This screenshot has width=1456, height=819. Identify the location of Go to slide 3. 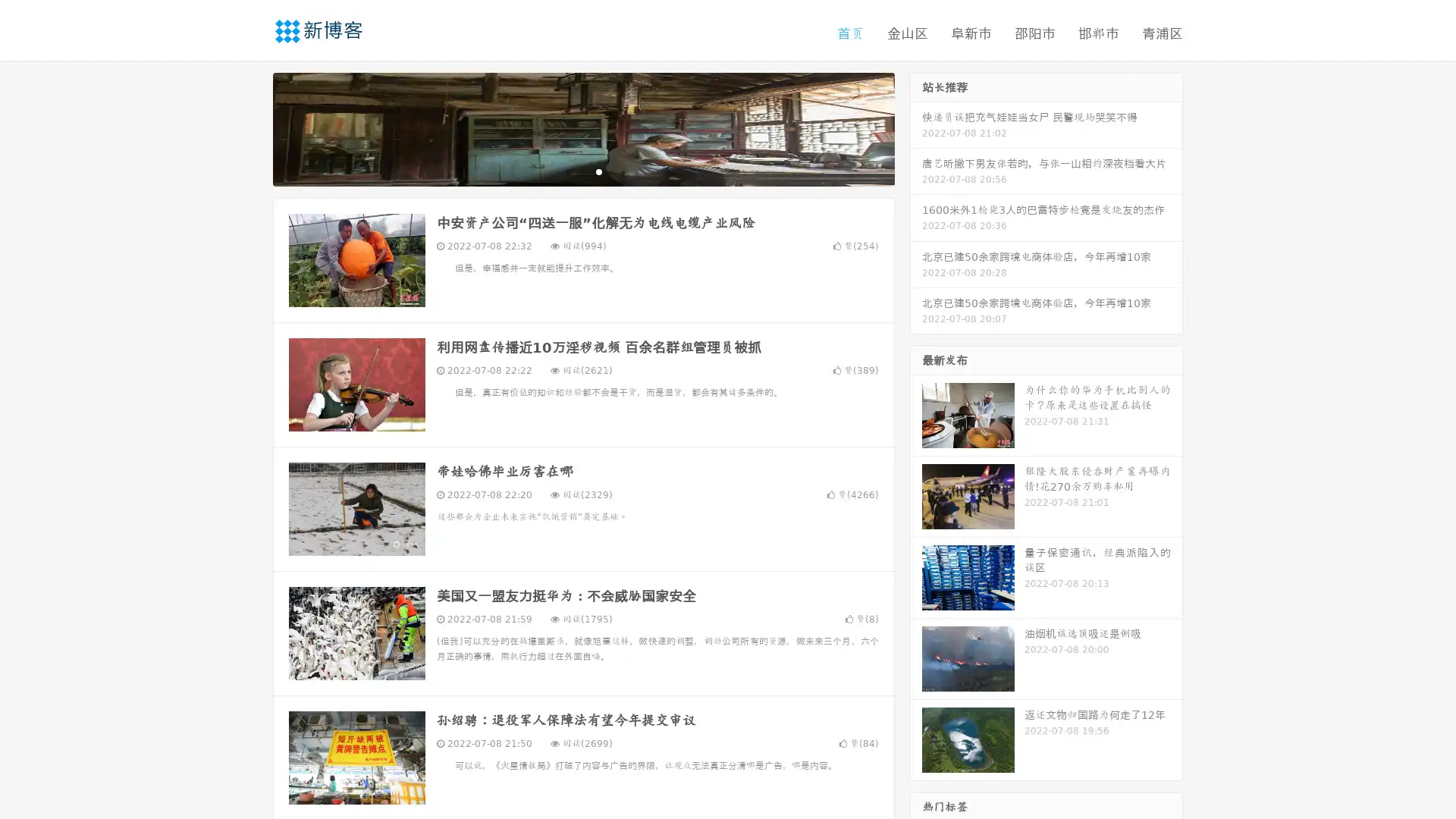
(598, 171).